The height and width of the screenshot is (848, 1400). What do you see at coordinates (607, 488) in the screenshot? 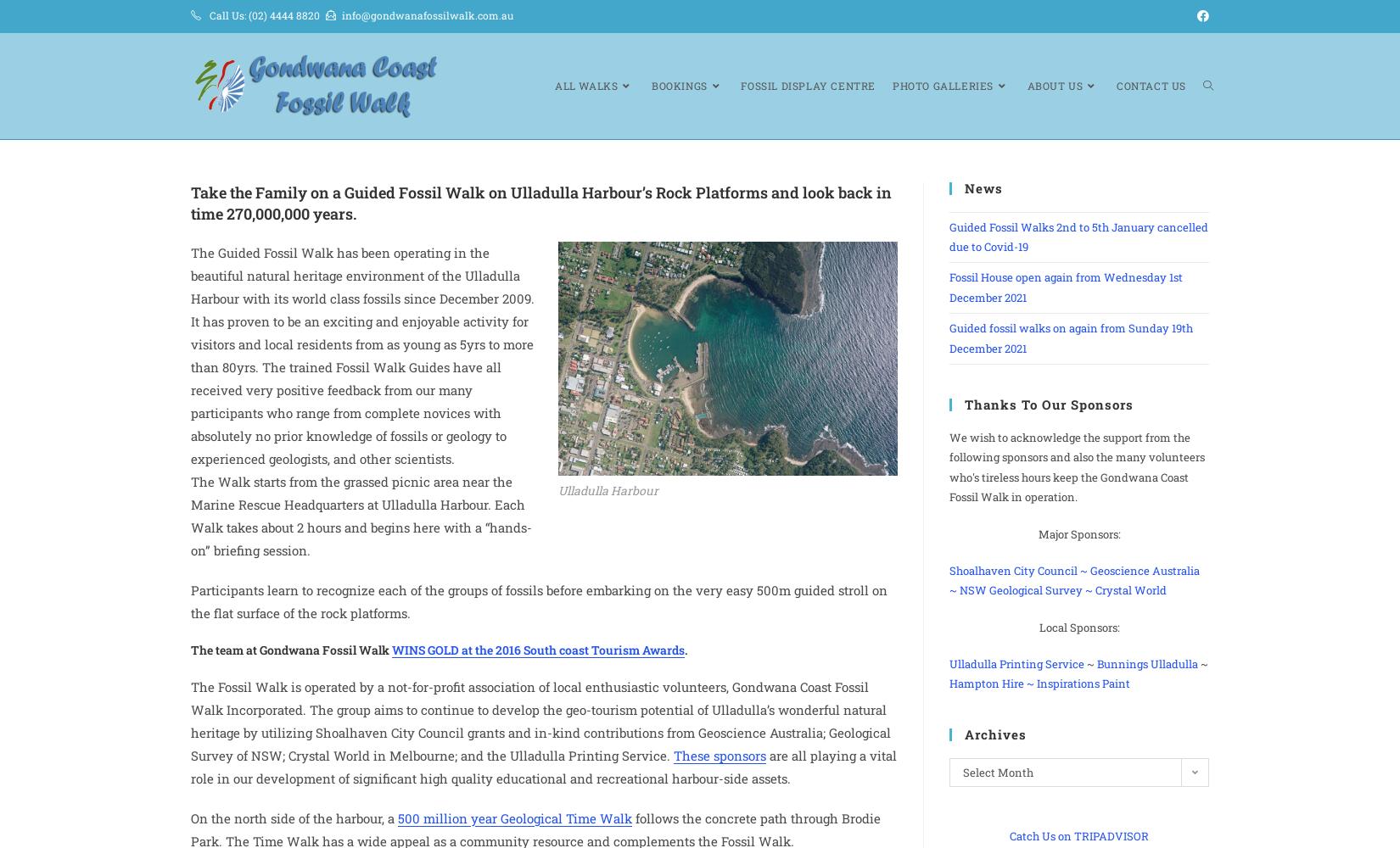
I see `'Ulladulla Harbour'` at bounding box center [607, 488].